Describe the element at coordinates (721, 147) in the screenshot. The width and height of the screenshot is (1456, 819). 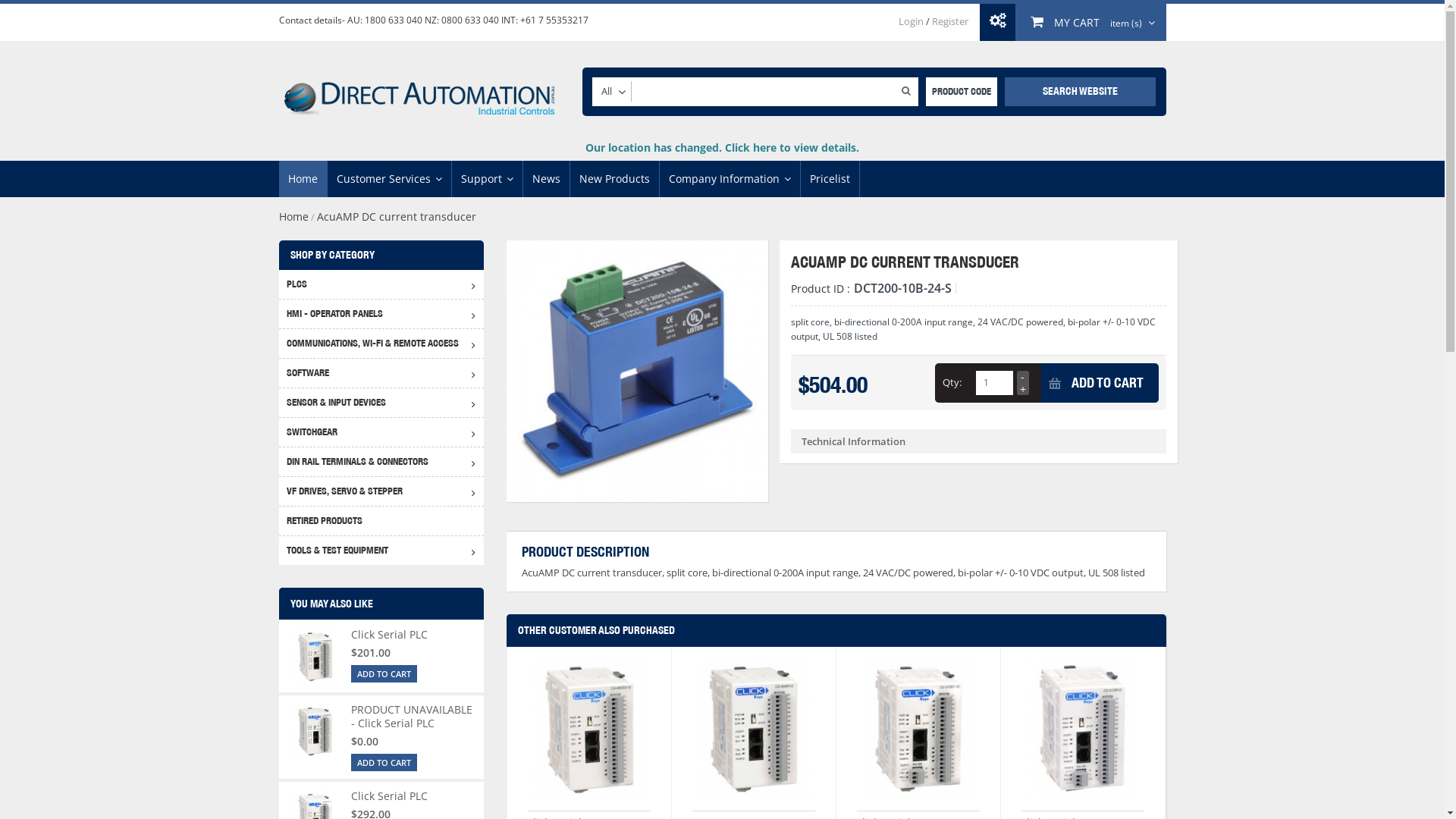
I see `'Our location has changed. Click here to view details.'` at that location.